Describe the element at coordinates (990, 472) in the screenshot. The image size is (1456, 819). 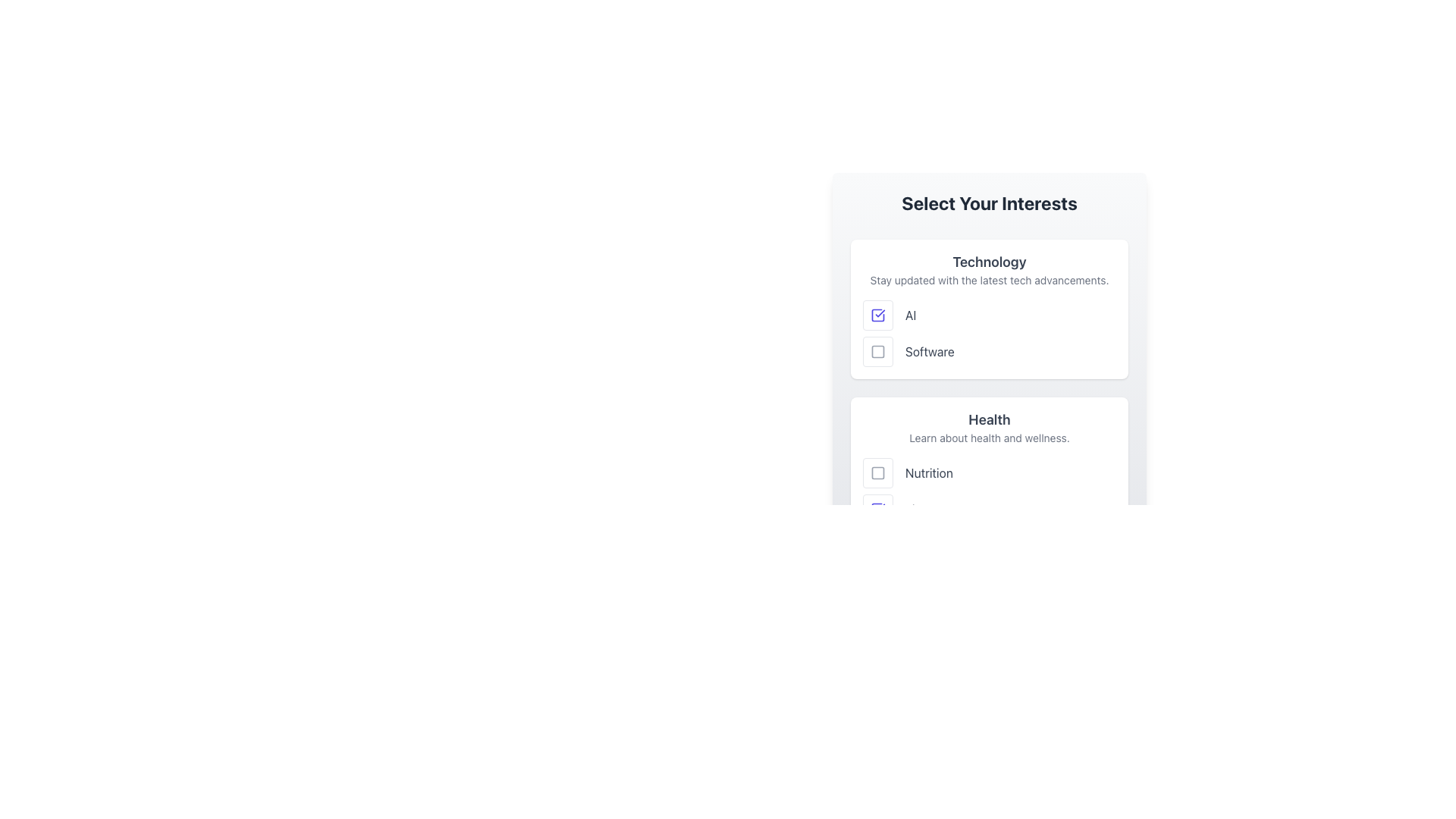
I see `keyboard navigation` at that location.